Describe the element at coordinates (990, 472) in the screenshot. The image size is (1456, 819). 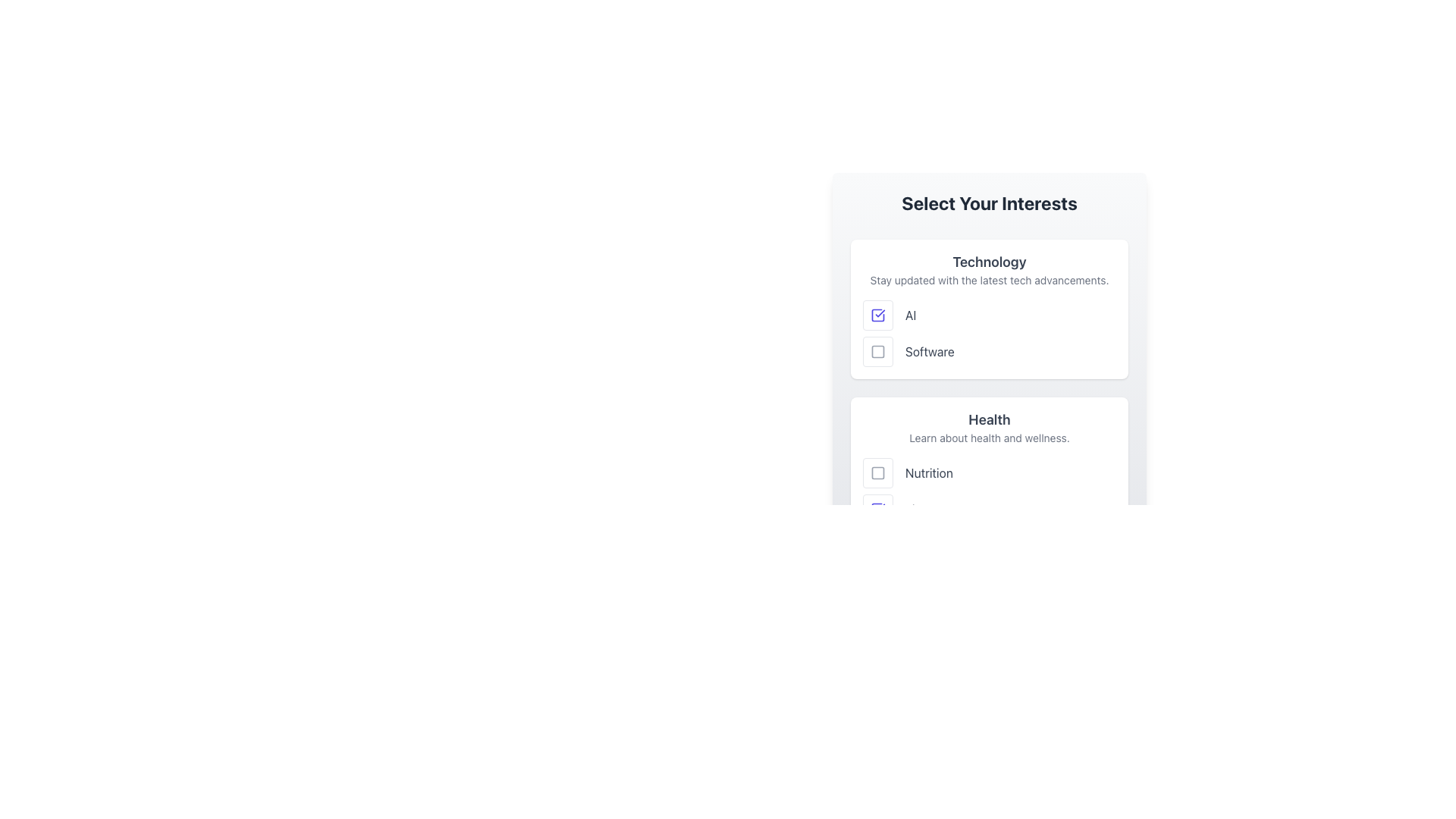
I see `keyboard navigation` at that location.